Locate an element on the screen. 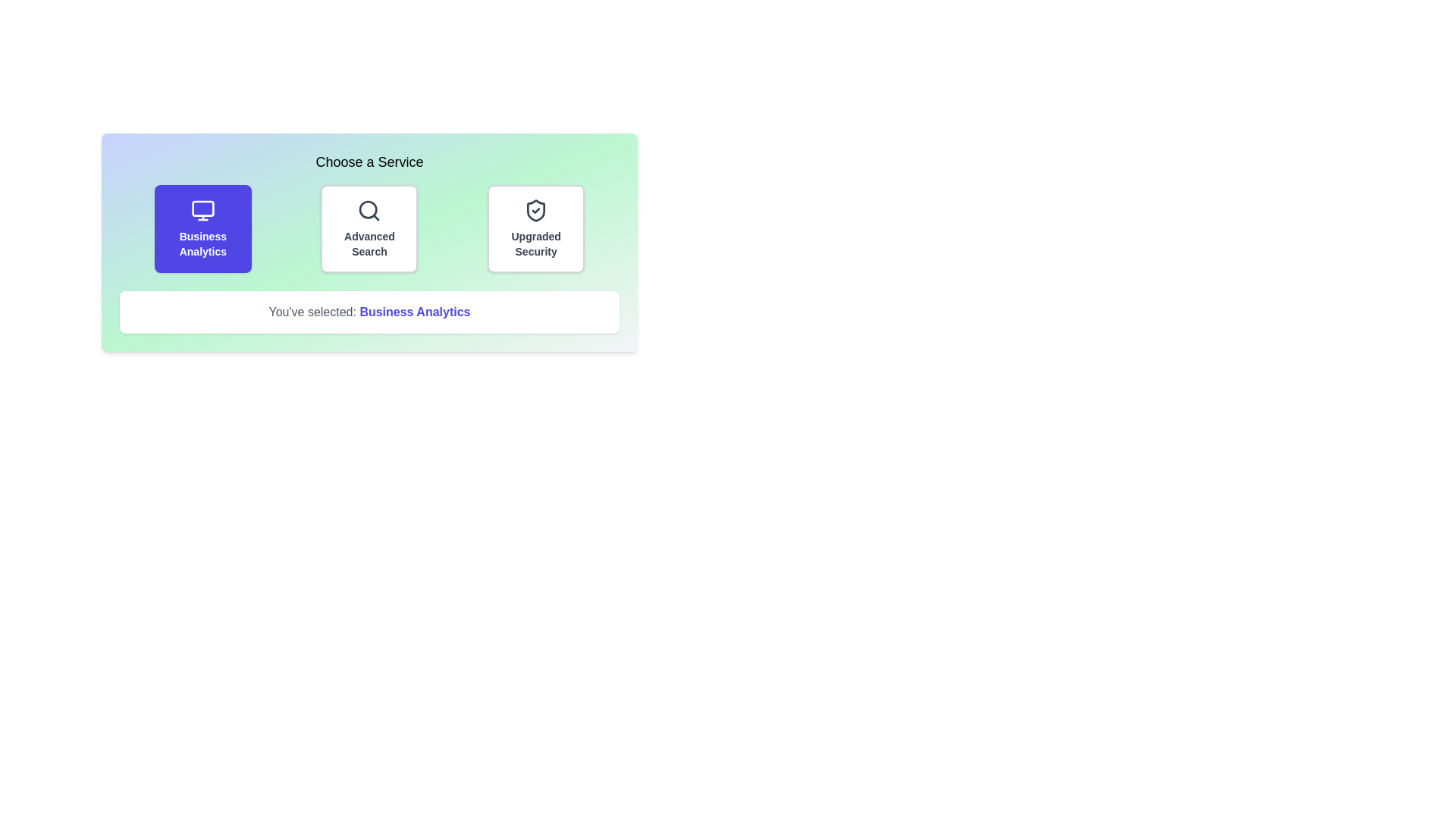  the service option Upgraded Security is located at coordinates (536, 228).